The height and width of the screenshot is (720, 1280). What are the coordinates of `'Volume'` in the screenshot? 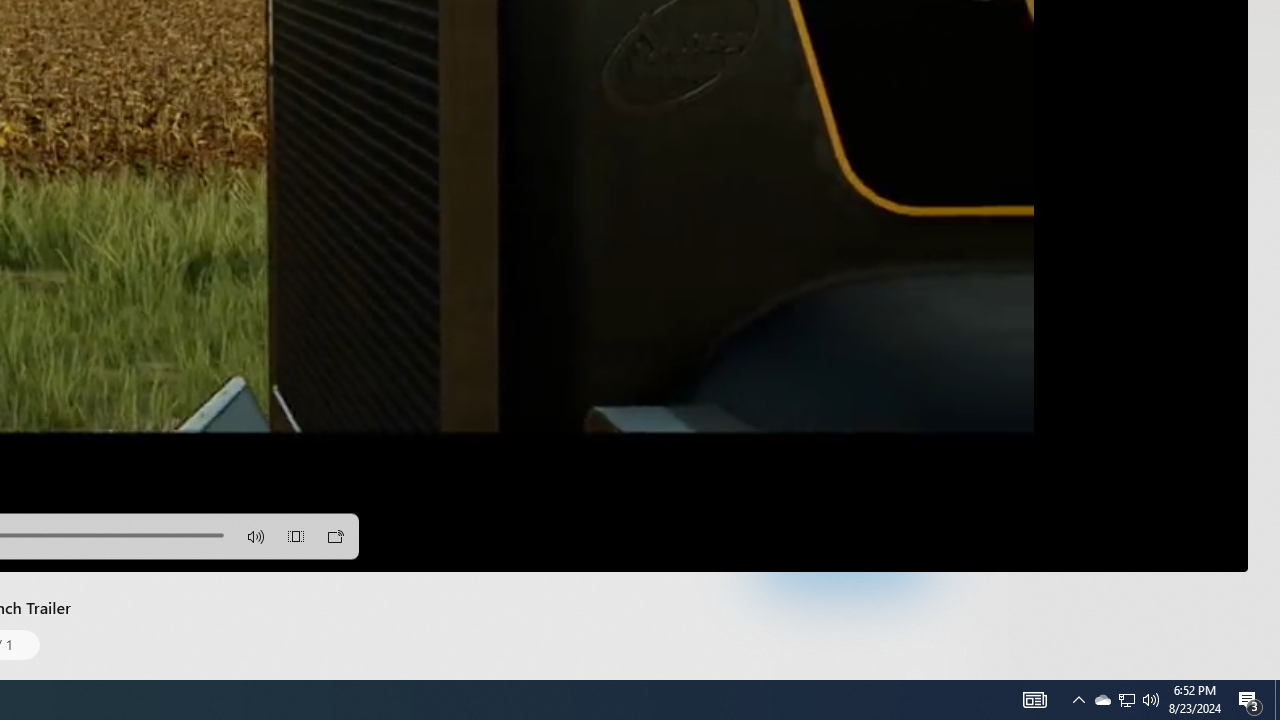 It's located at (255, 535).